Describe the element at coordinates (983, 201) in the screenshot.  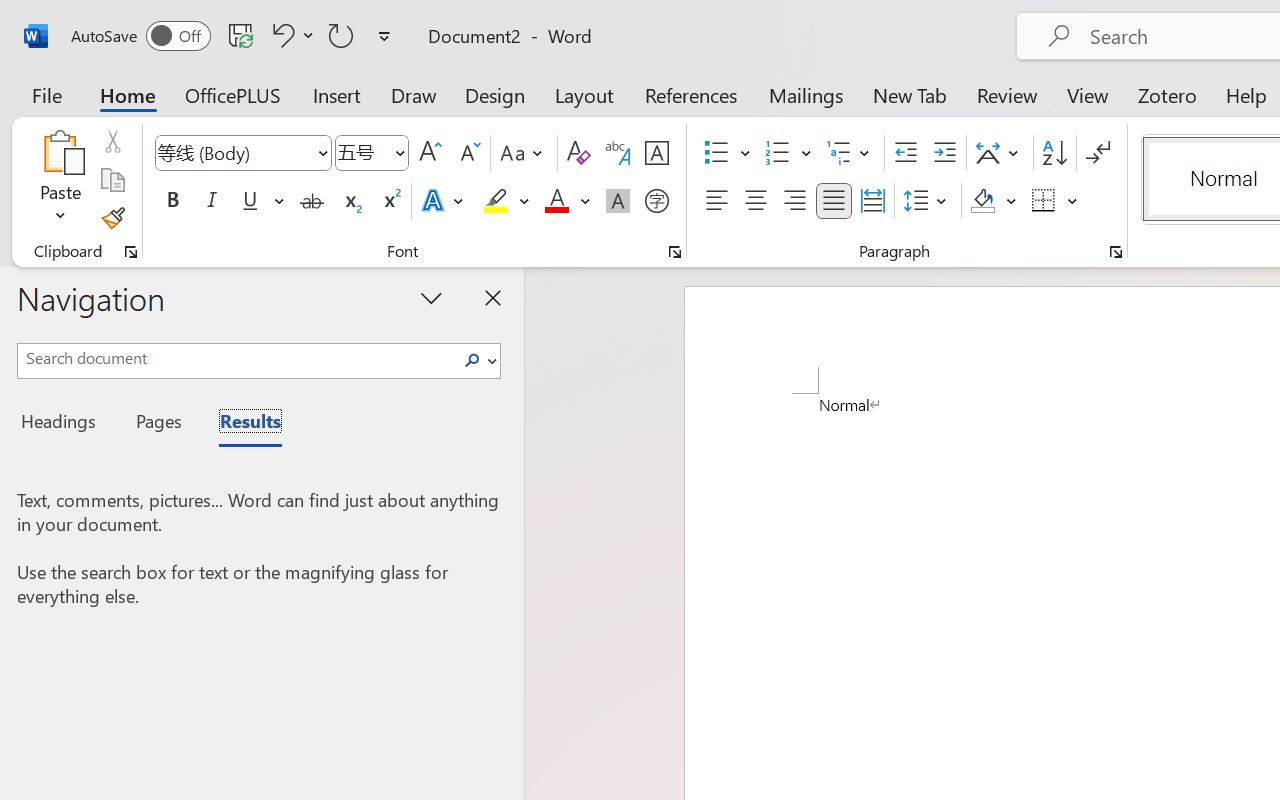
I see `'Shading RGB(0, 0, 0)'` at that location.